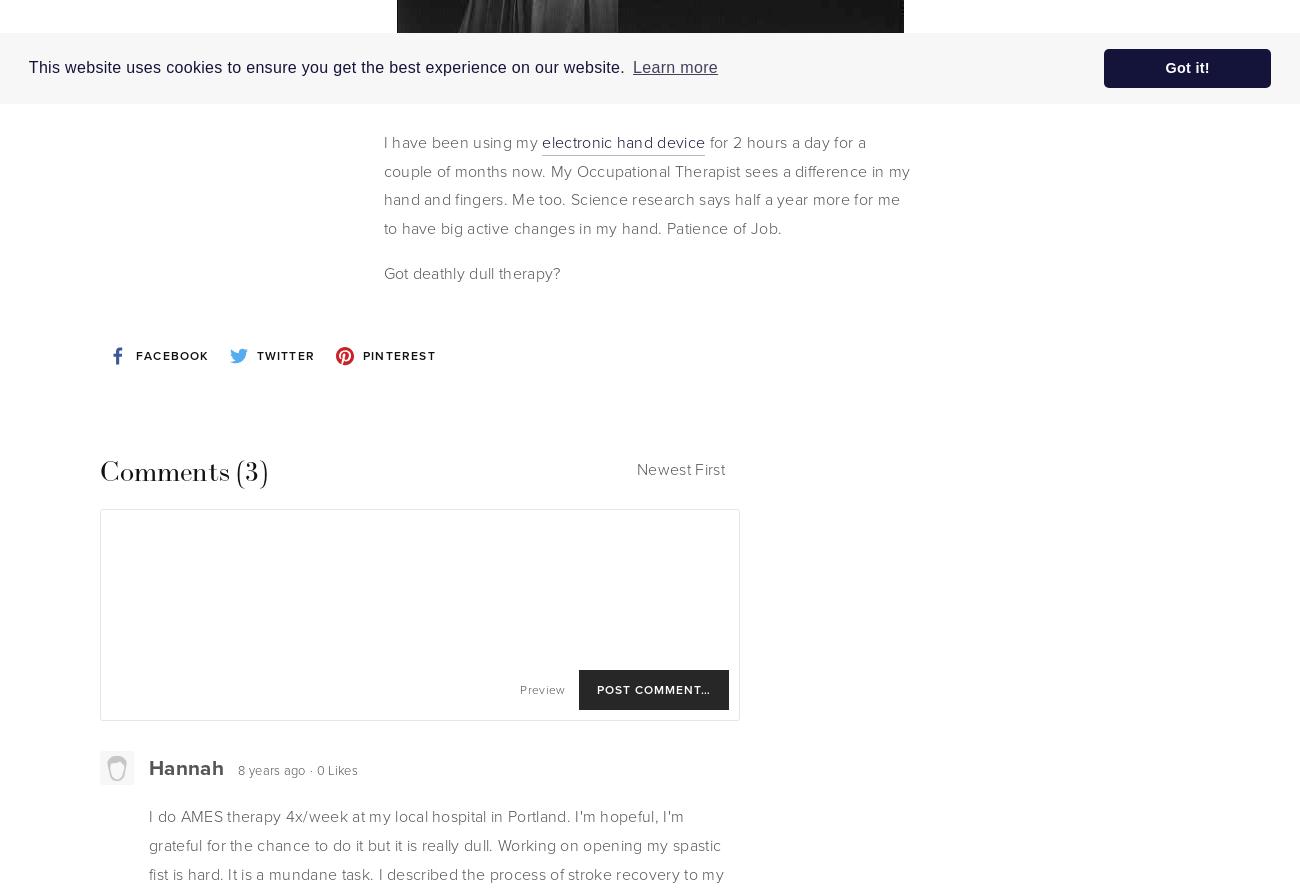  What do you see at coordinates (674, 67) in the screenshot?
I see `'Learn more'` at bounding box center [674, 67].